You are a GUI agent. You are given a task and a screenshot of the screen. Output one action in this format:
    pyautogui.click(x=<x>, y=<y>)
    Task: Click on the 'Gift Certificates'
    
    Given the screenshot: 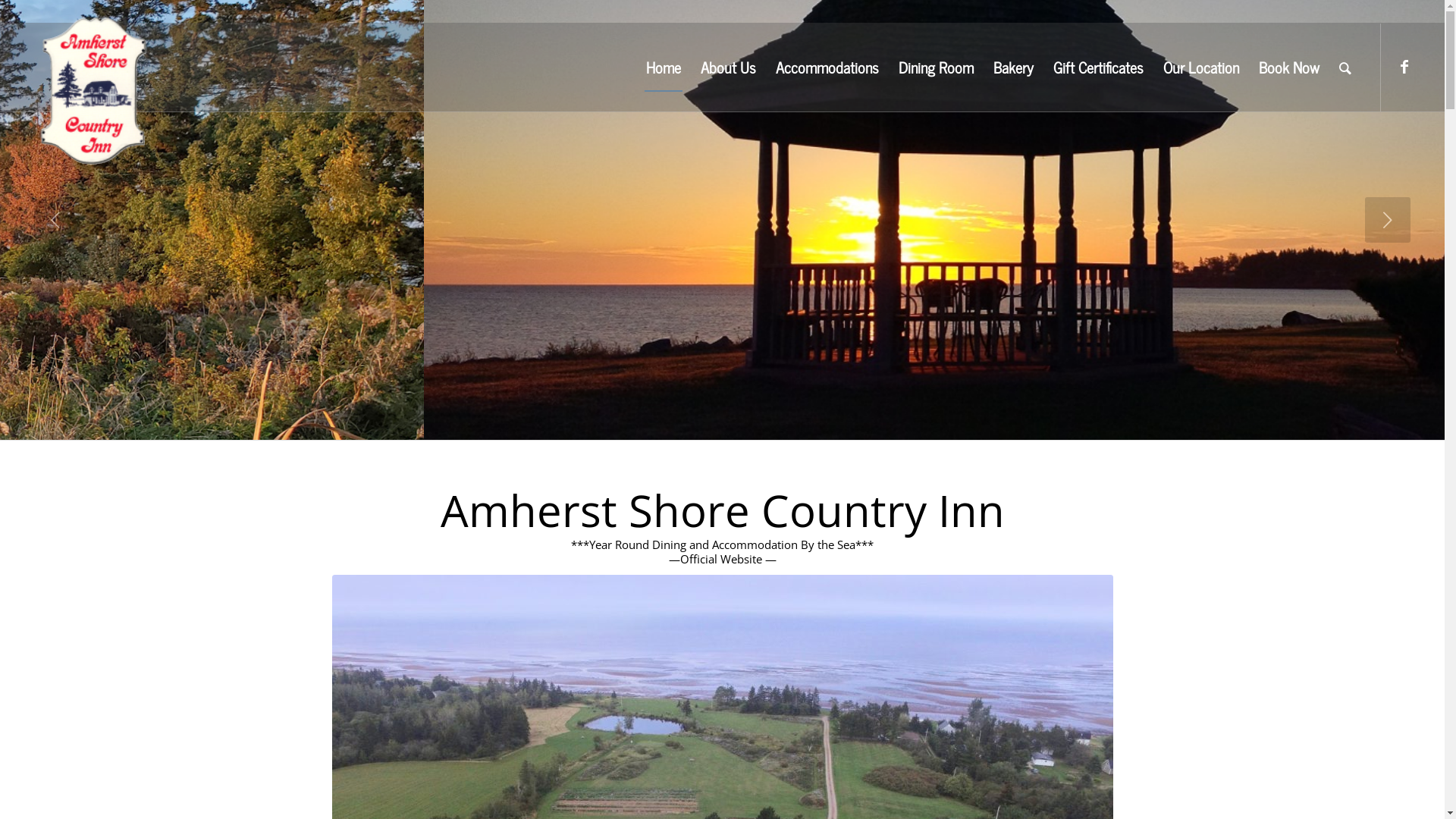 What is the action you would take?
    pyautogui.click(x=1098, y=66)
    